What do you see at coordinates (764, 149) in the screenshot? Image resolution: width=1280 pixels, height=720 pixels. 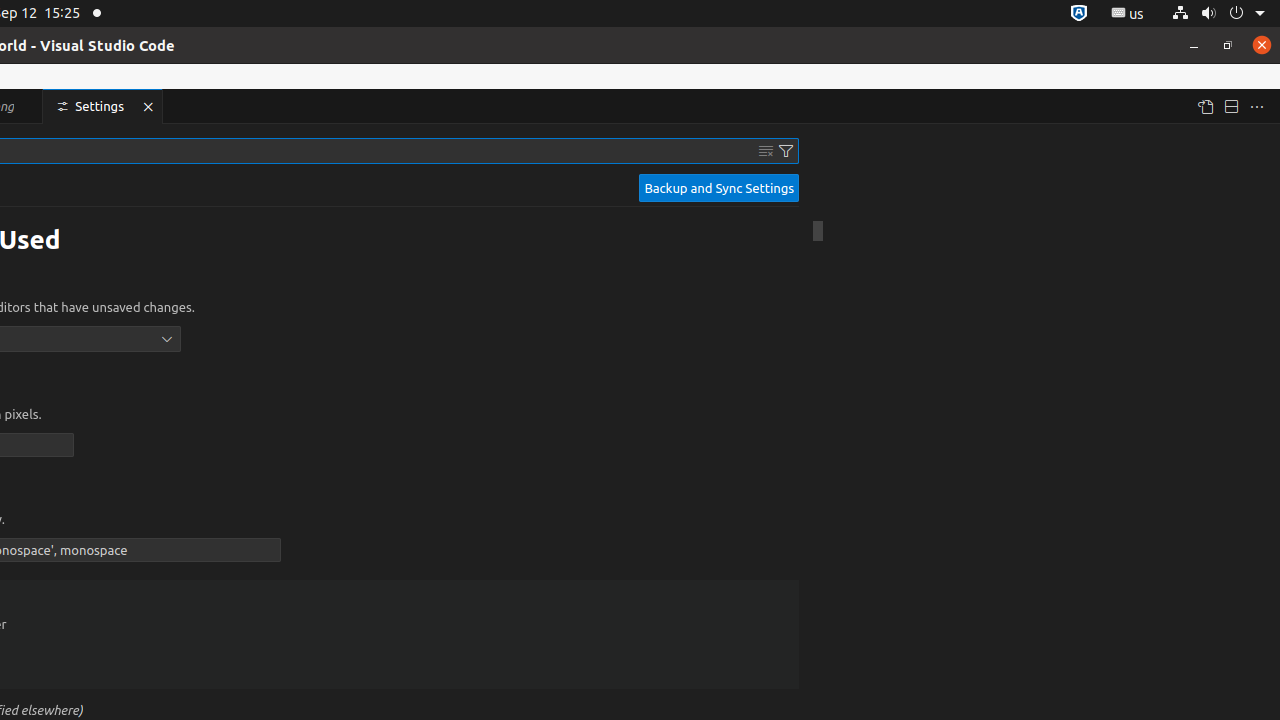 I see `'Clear Settings Search Input'` at bounding box center [764, 149].